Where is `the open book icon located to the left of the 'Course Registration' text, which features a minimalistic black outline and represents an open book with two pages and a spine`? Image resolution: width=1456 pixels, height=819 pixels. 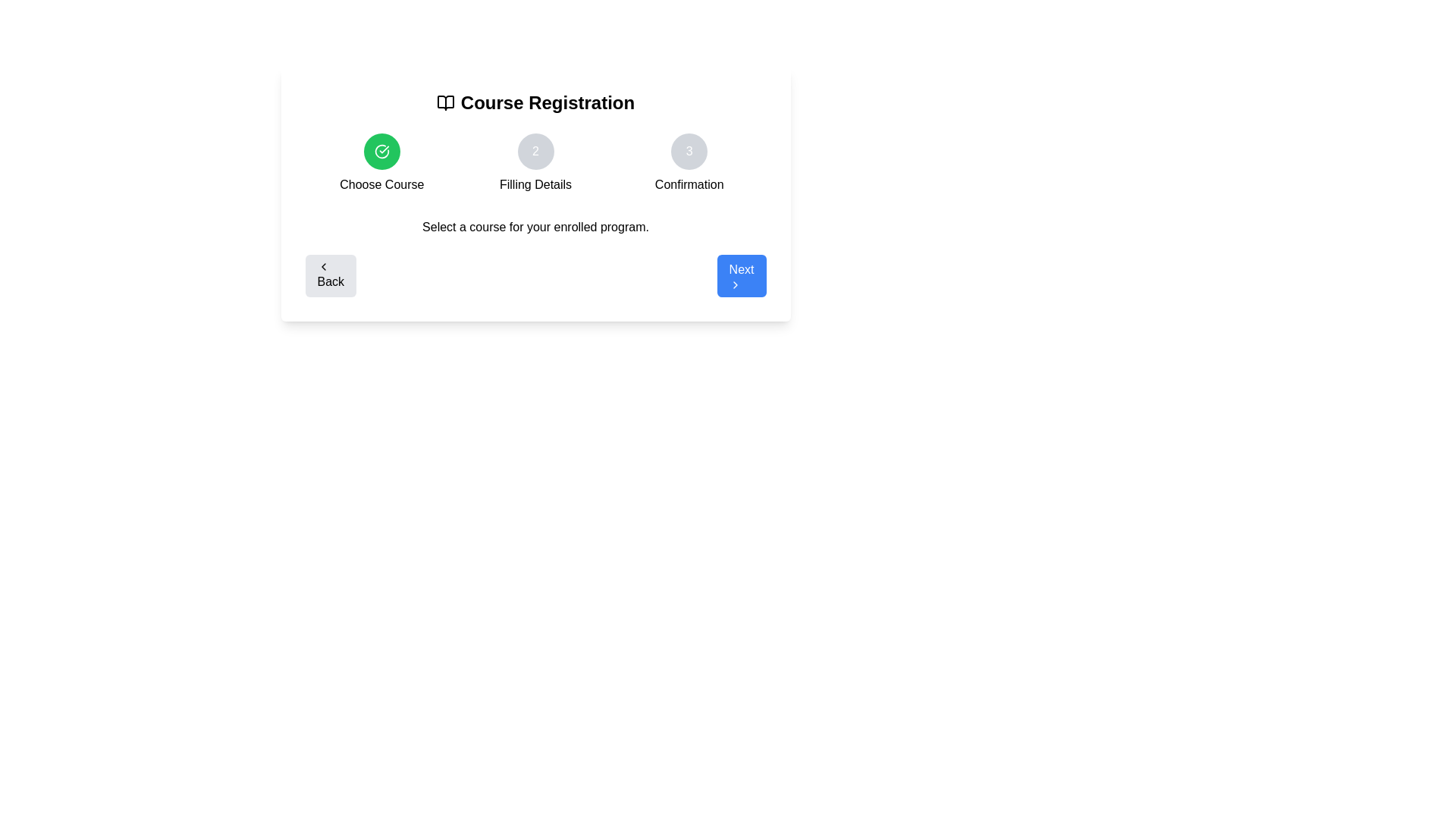
the open book icon located to the left of the 'Course Registration' text, which features a minimalistic black outline and represents an open book with two pages and a spine is located at coordinates (444, 102).